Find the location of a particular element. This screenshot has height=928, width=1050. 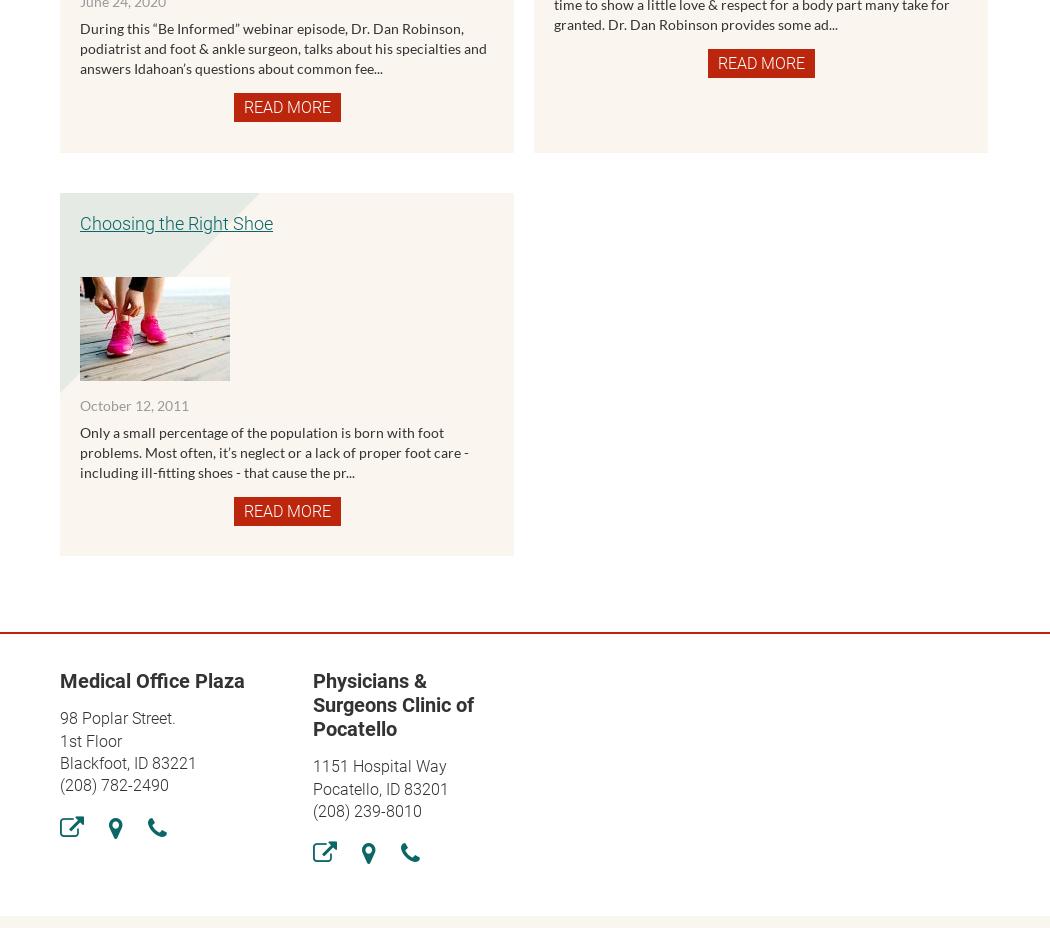

'Physicians & Surgeons Clinic of Pocatello' is located at coordinates (392, 704).